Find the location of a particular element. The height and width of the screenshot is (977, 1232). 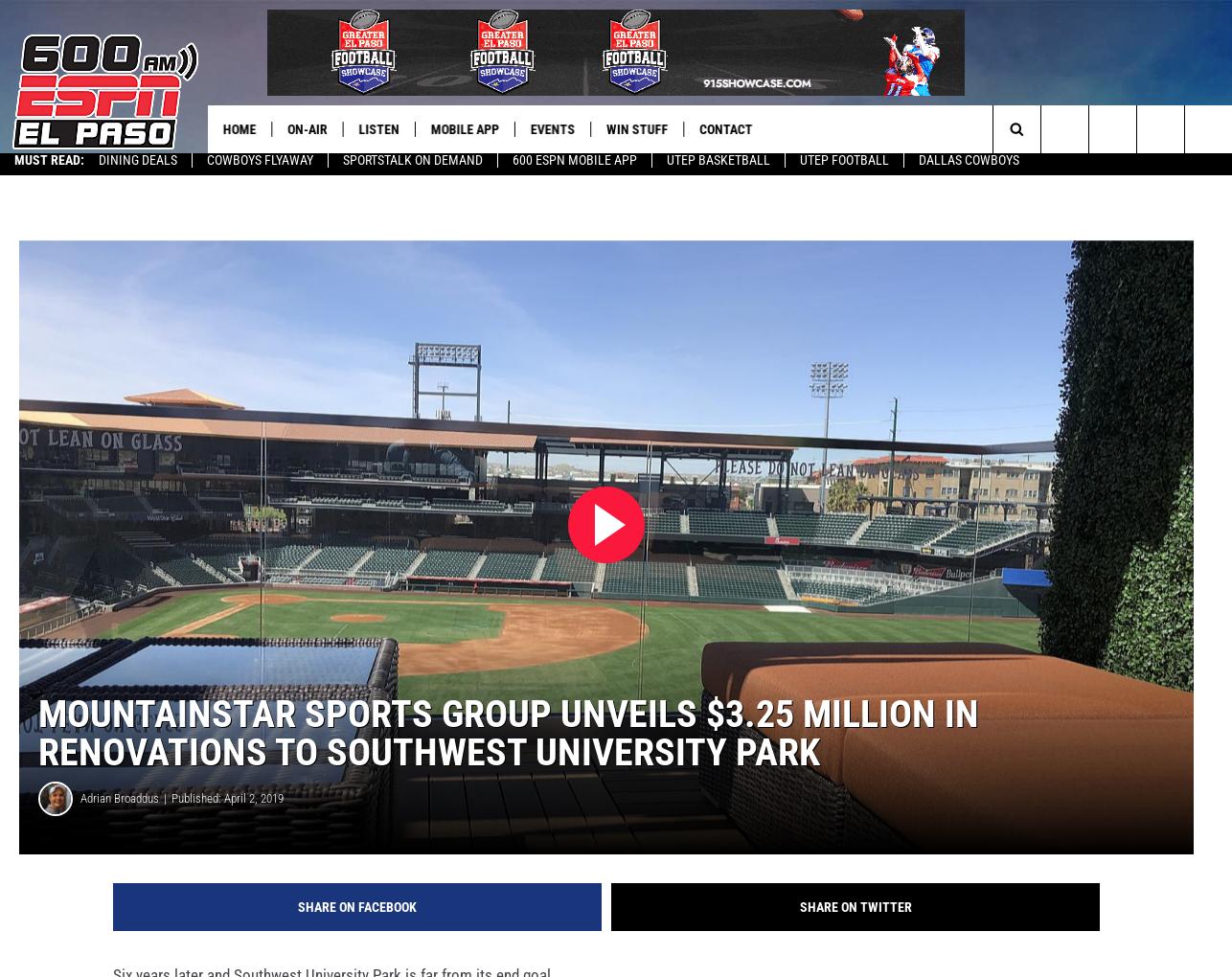

'Home' is located at coordinates (242, 129).